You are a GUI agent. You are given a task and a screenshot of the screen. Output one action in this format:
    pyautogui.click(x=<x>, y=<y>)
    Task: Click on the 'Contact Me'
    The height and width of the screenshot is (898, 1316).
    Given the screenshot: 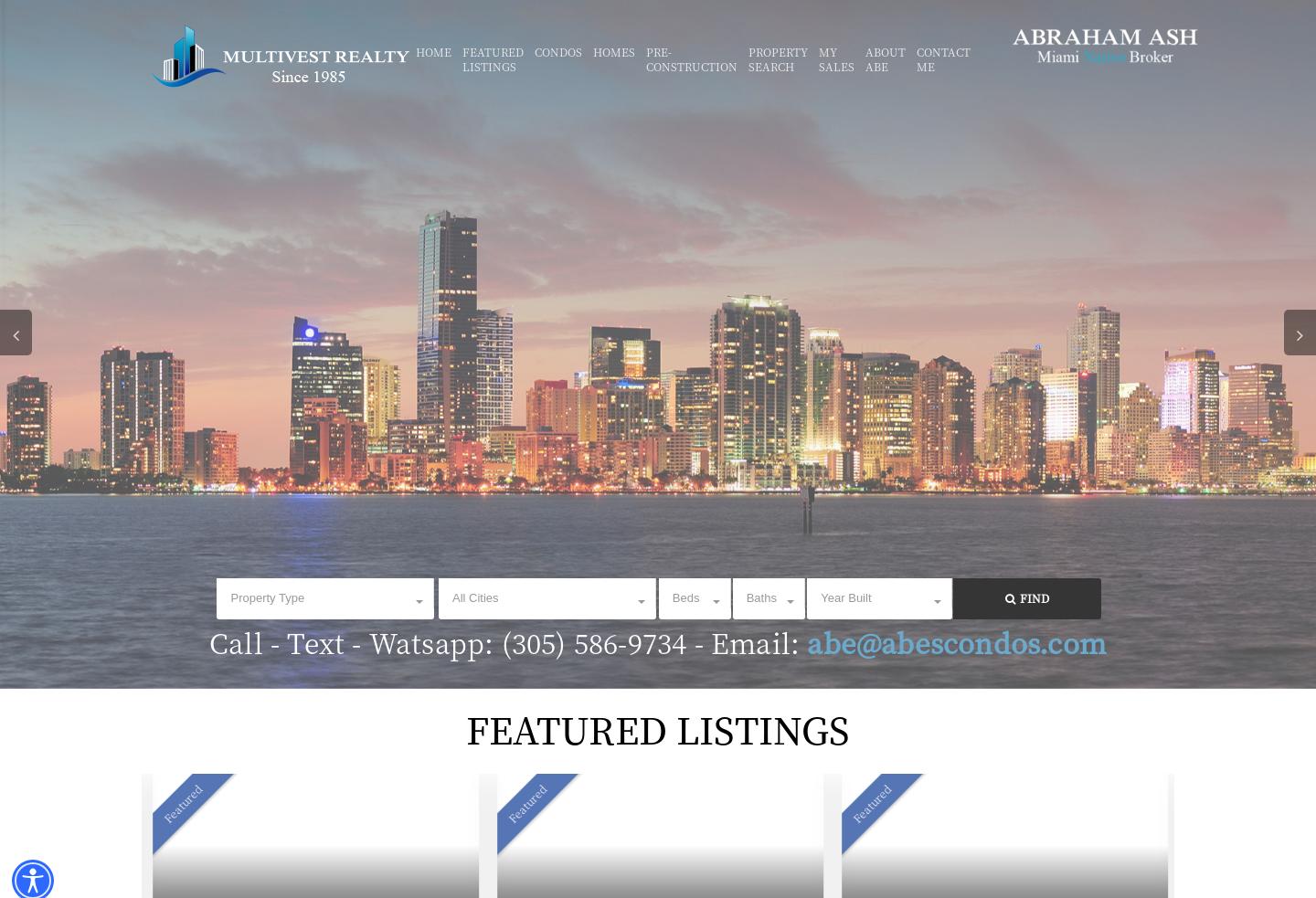 What is the action you would take?
    pyautogui.click(x=943, y=58)
    